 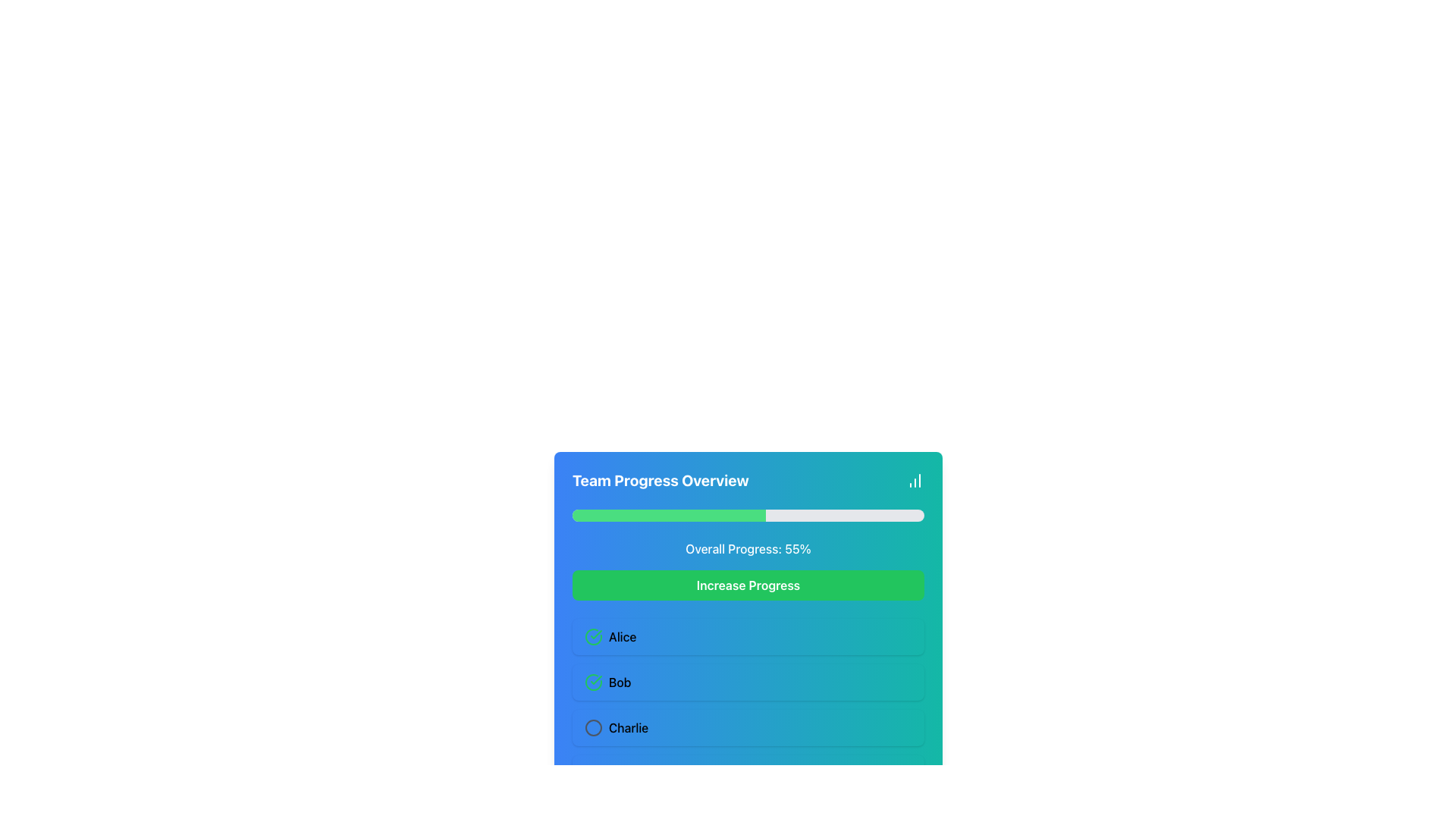 I want to click on the list item displaying the name 'Bob' in the 'Team Progress Overview' section, so click(x=748, y=681).